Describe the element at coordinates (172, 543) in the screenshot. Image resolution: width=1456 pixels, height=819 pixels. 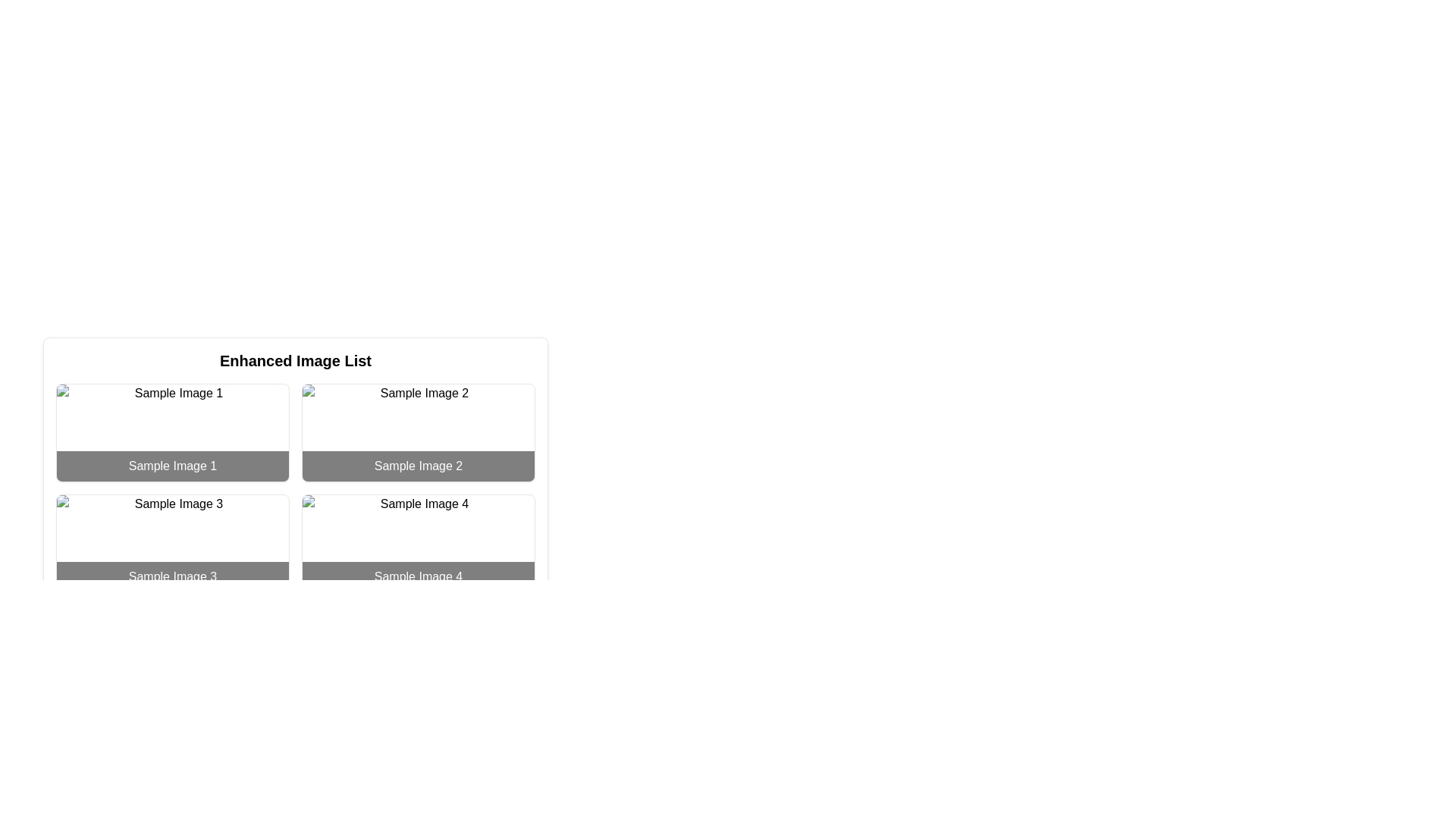
I see `the Image Card displaying 'Sample Image 3' which is positioned in the first column of the second row of a 2-column grid layout` at that location.